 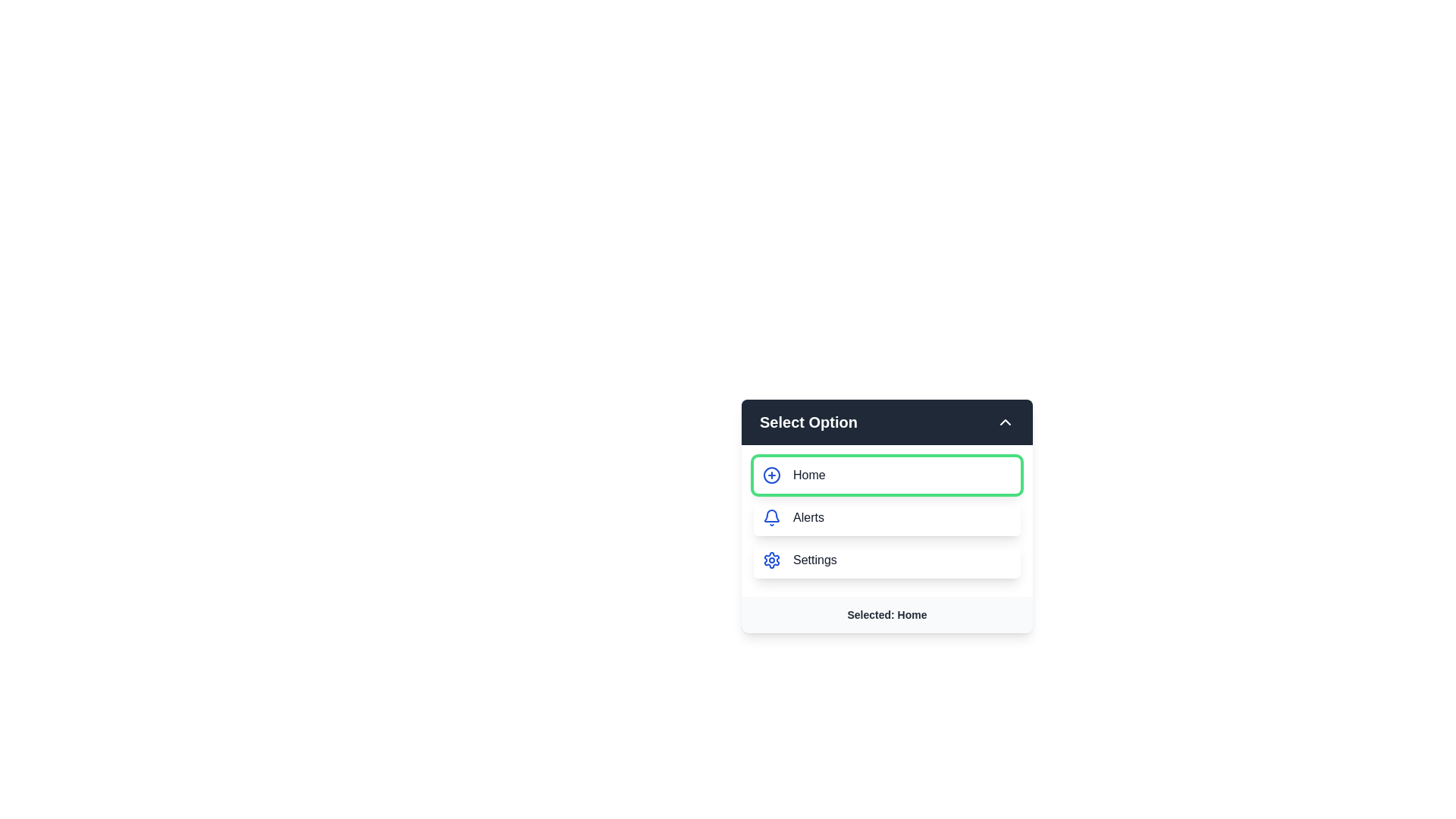 I want to click on the upward-facing chevron icon located at the top-right corner of the 'Select Option' section, so click(x=1005, y=422).